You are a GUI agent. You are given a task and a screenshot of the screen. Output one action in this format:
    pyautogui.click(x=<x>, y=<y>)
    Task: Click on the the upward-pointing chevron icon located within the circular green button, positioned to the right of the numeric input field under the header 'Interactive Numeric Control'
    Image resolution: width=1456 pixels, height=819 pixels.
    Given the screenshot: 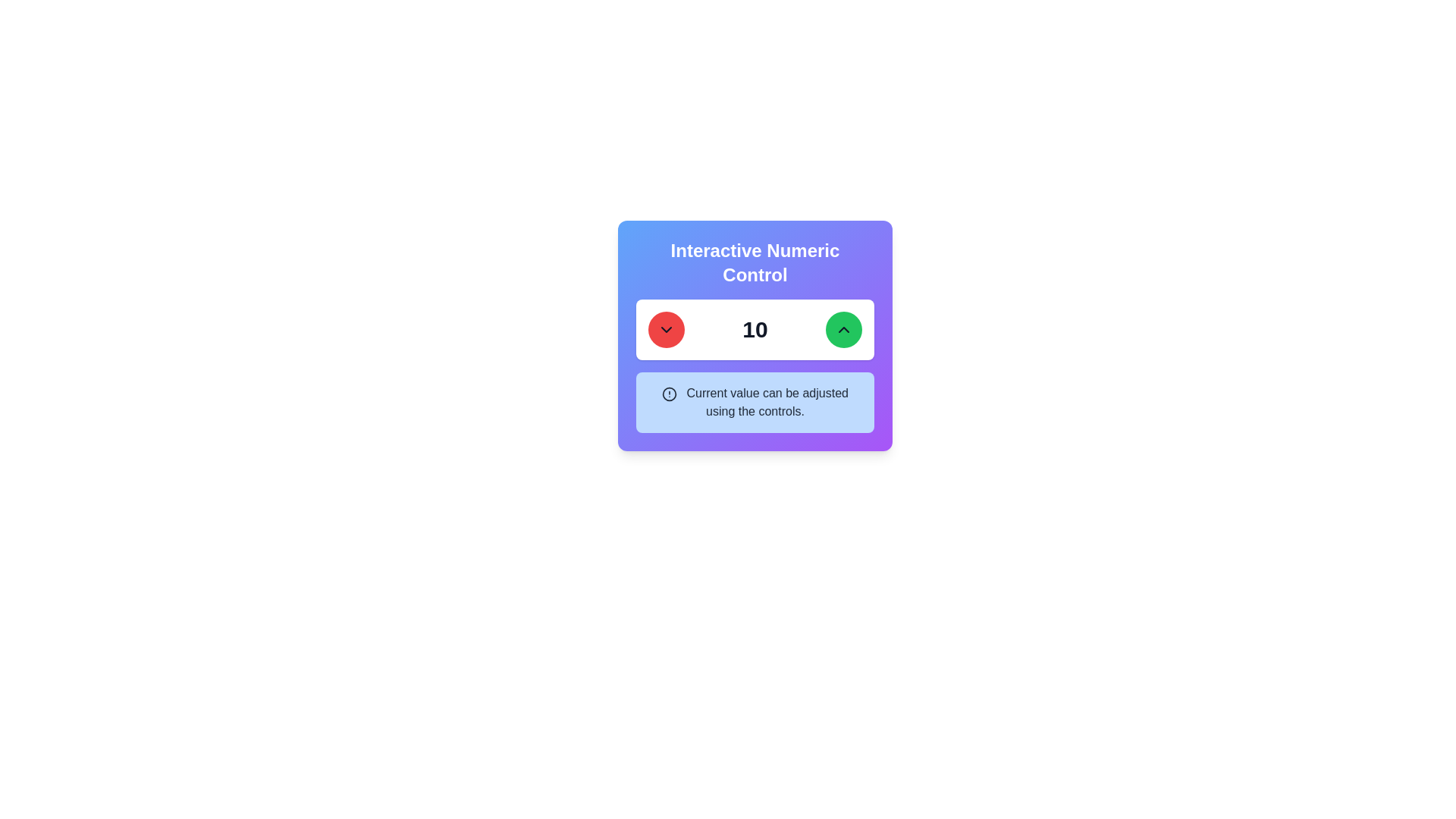 What is the action you would take?
    pyautogui.click(x=843, y=329)
    